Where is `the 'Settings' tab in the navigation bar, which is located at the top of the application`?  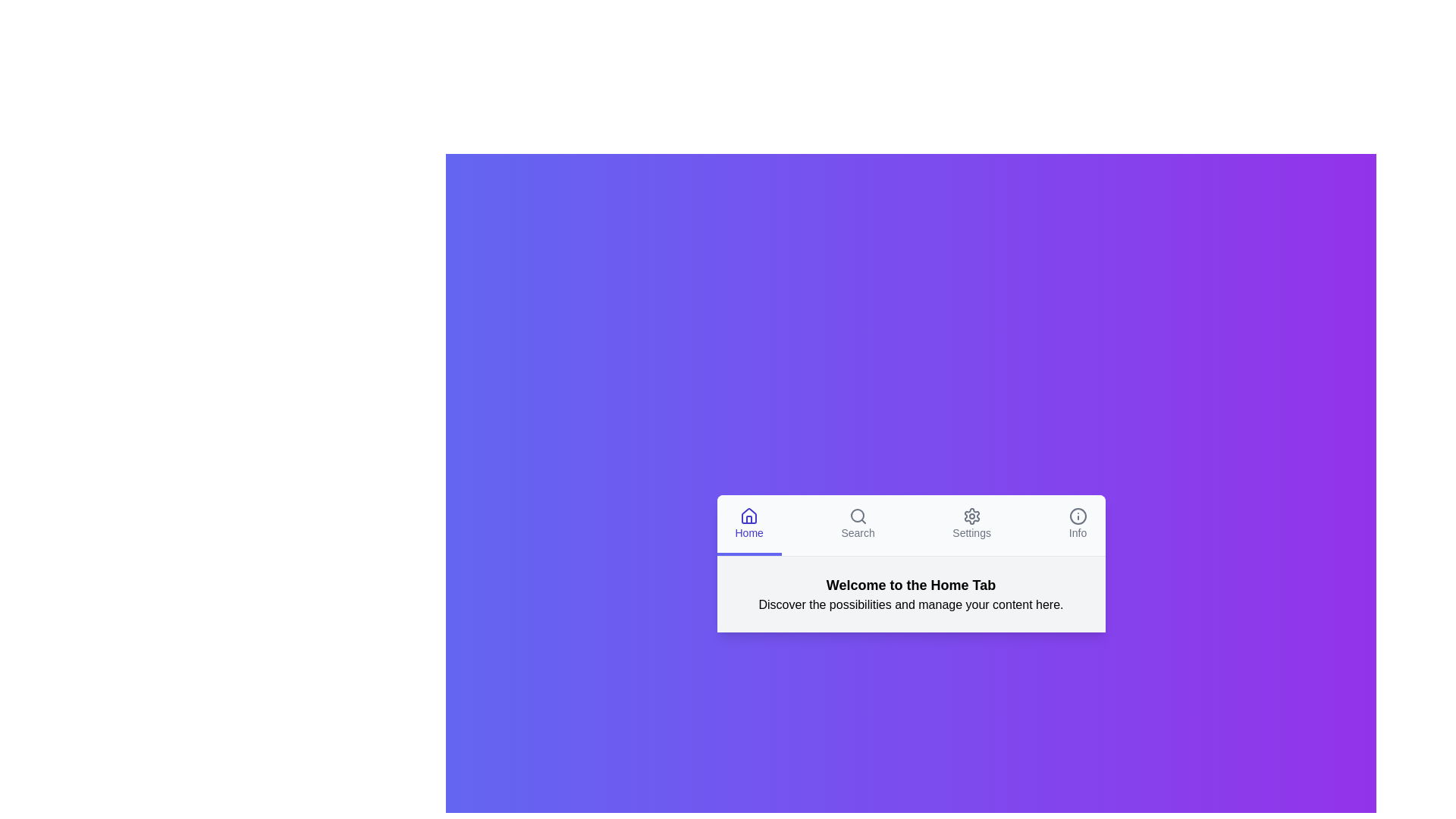
the 'Settings' tab in the navigation bar, which is located at the top of the application is located at coordinates (910, 525).